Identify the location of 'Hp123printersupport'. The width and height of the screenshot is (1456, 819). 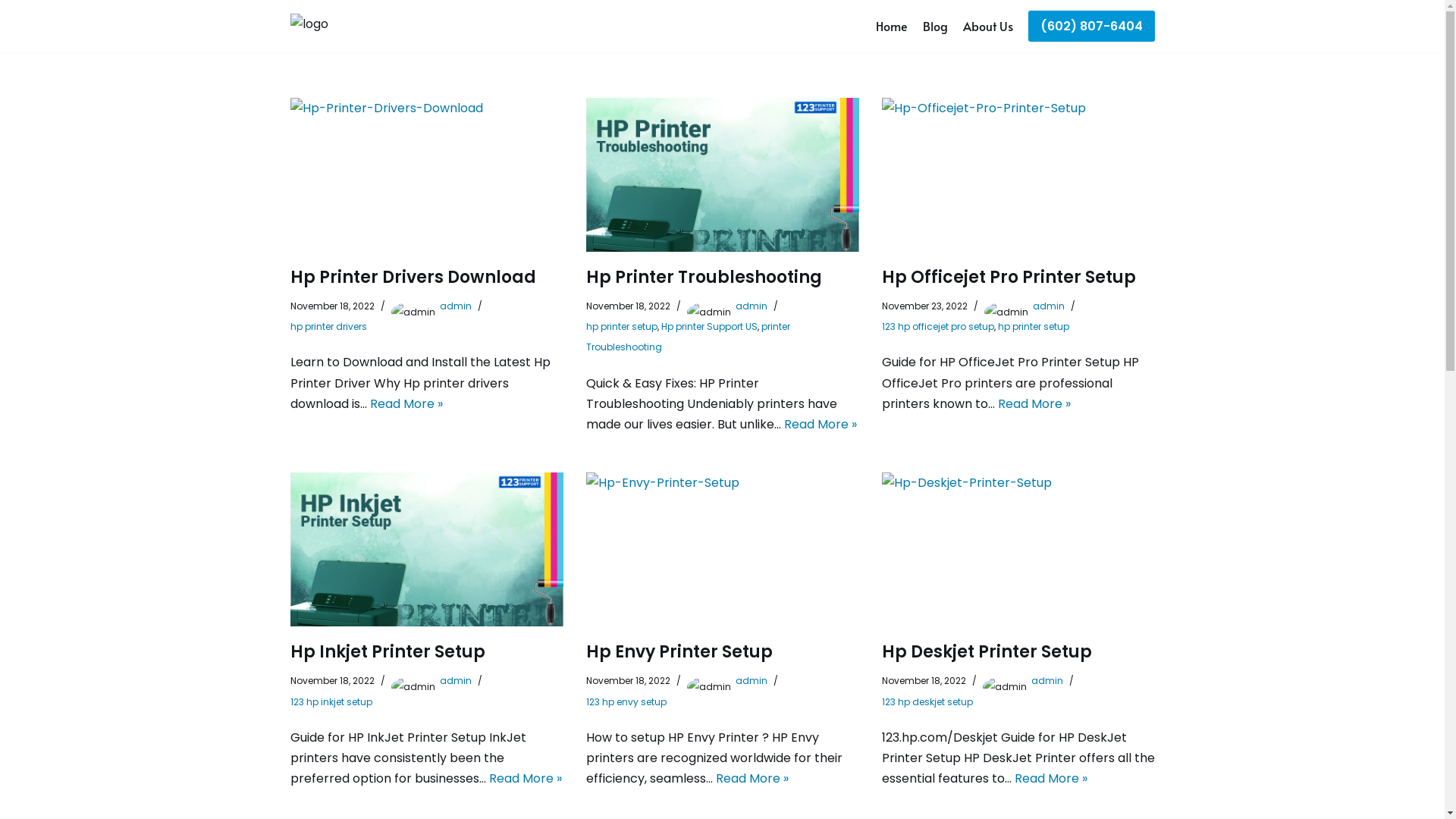
(337, 26).